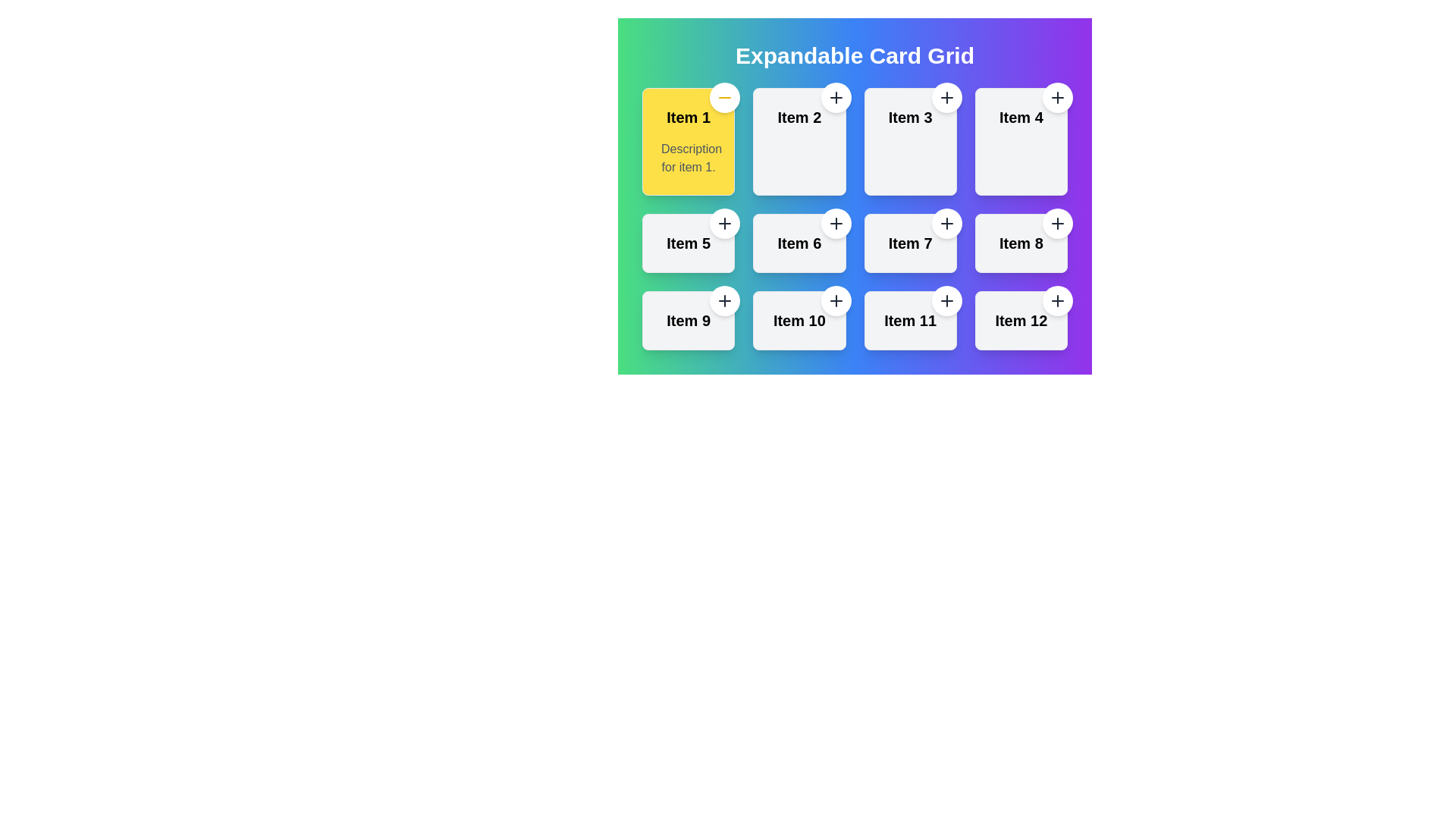 The image size is (1456, 819). Describe the element at coordinates (835, 97) in the screenshot. I see `the '+' button located at the top-right corner of the 'Item 2' card in the 'Expandable Card Grid'` at that location.